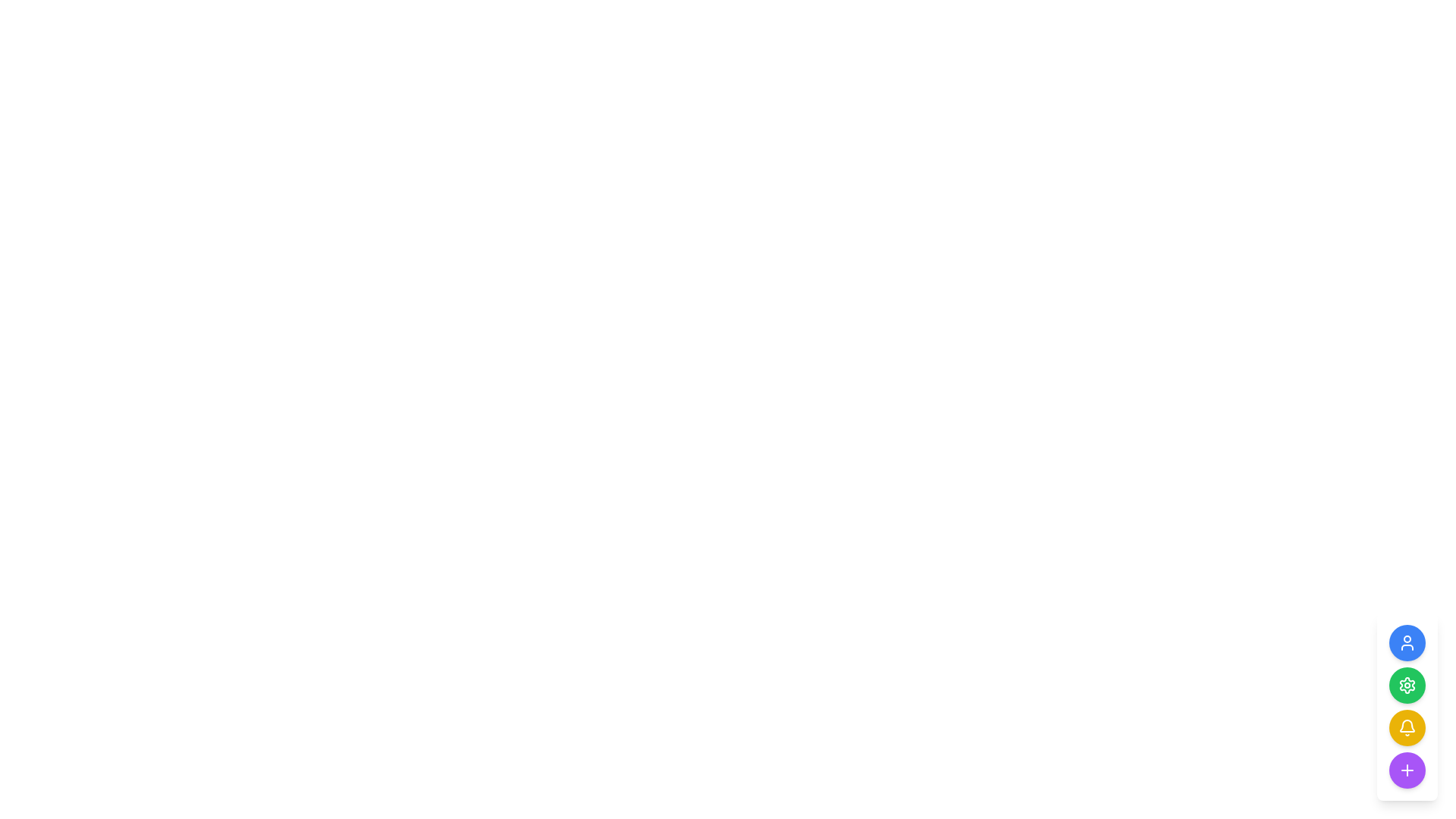 The height and width of the screenshot is (819, 1456). I want to click on the user avatar icon within the blue circular button to observe any tooltip or hover effects, so click(1407, 643).